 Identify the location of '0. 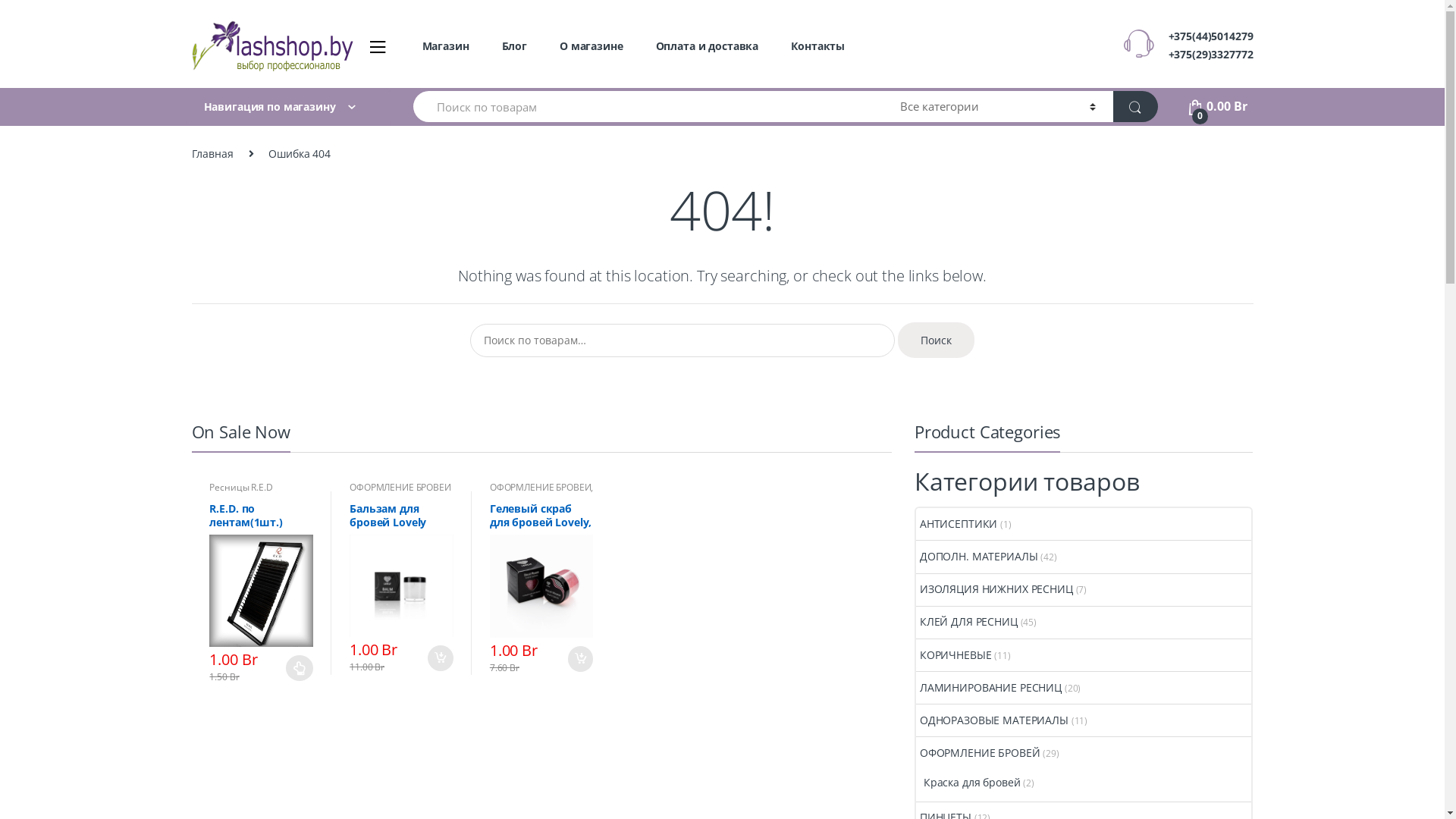
(1216, 105).